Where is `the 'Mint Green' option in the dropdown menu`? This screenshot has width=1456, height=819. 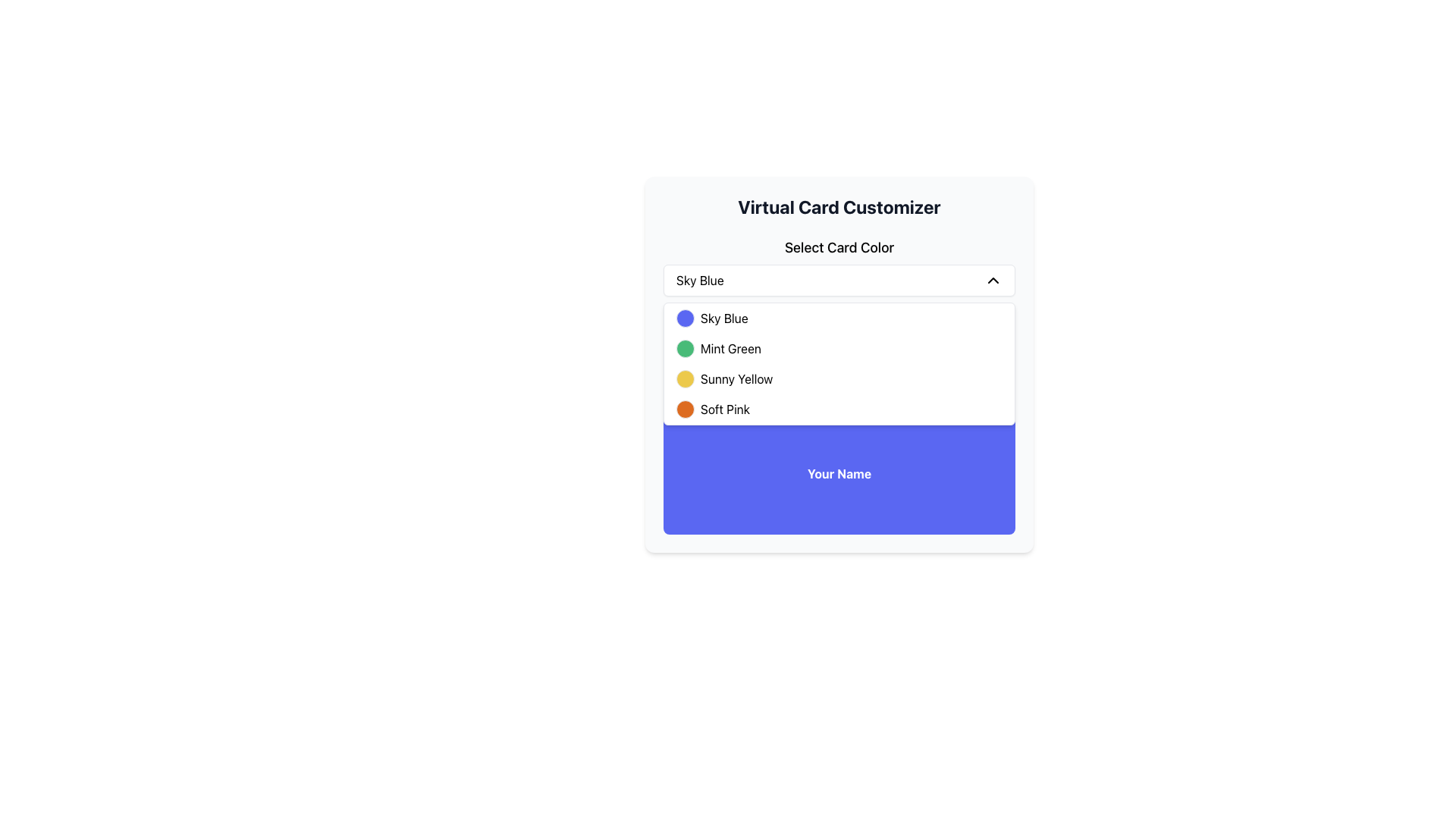 the 'Mint Green' option in the dropdown menu is located at coordinates (731, 348).